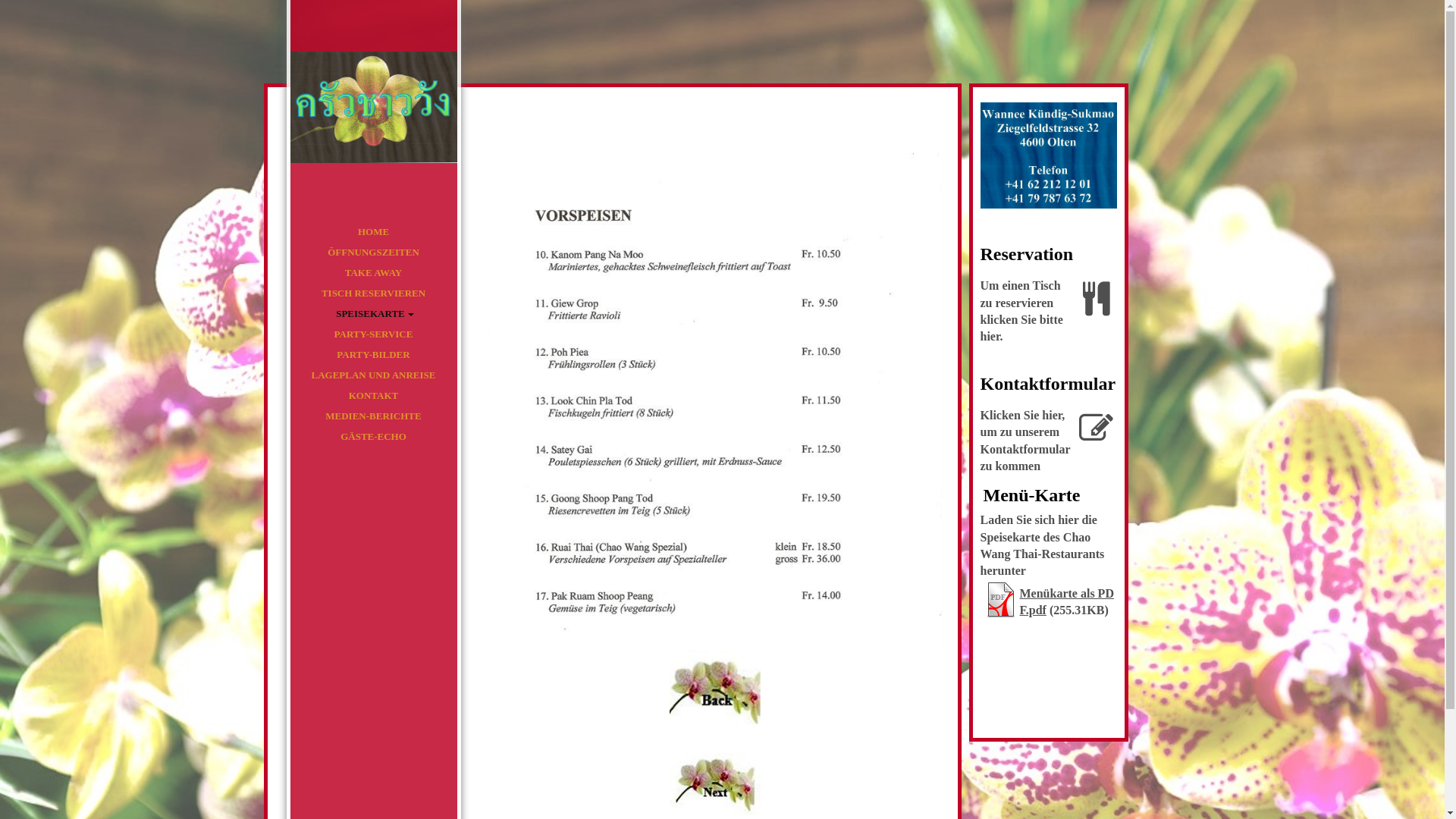 The image size is (1456, 819). Describe the element at coordinates (372, 354) in the screenshot. I see `'PARTY-BILDER'` at that location.